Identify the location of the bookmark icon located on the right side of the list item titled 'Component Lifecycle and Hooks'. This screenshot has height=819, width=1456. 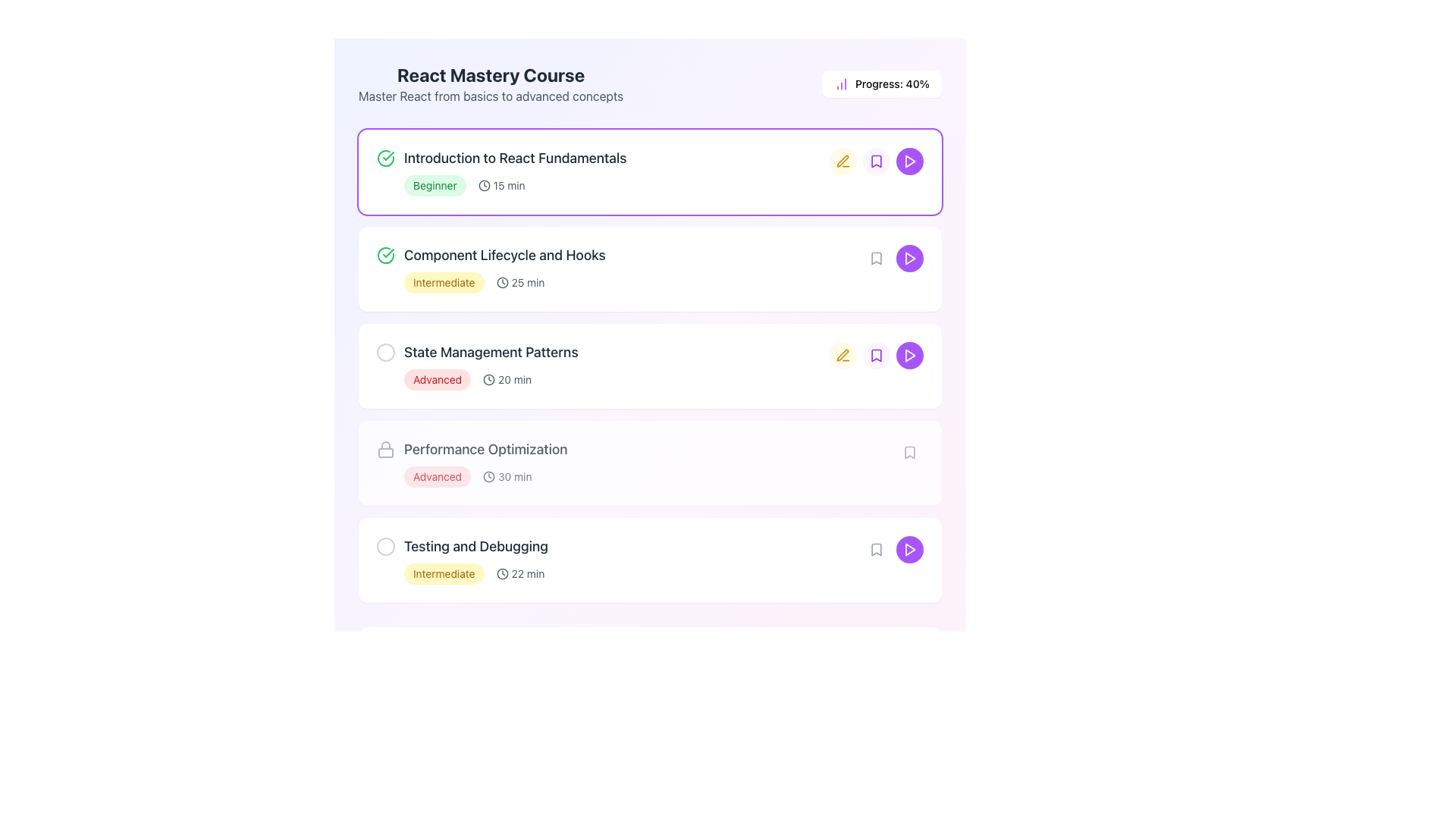
(877, 257).